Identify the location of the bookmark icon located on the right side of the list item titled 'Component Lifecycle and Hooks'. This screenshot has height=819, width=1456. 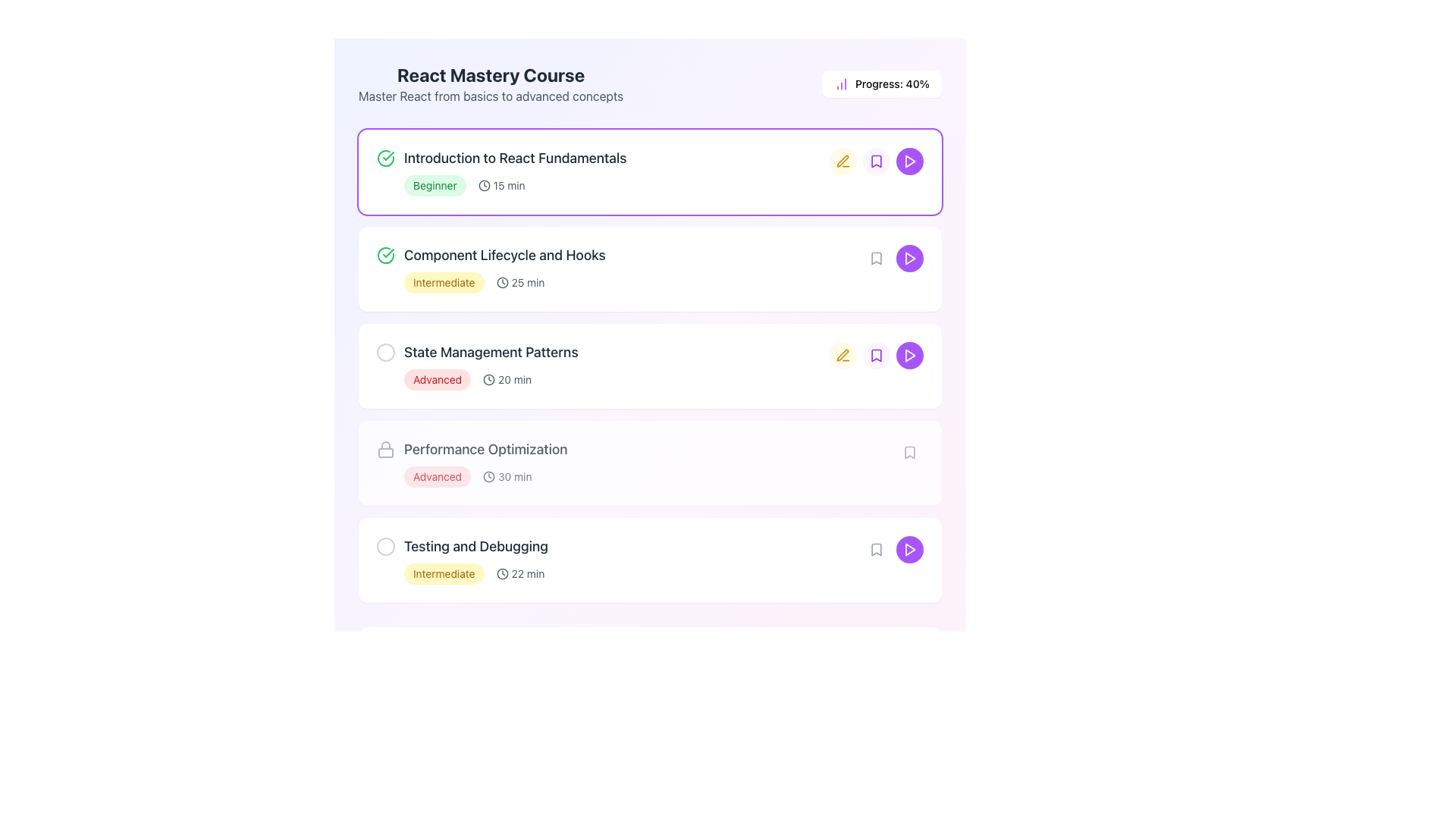
(877, 257).